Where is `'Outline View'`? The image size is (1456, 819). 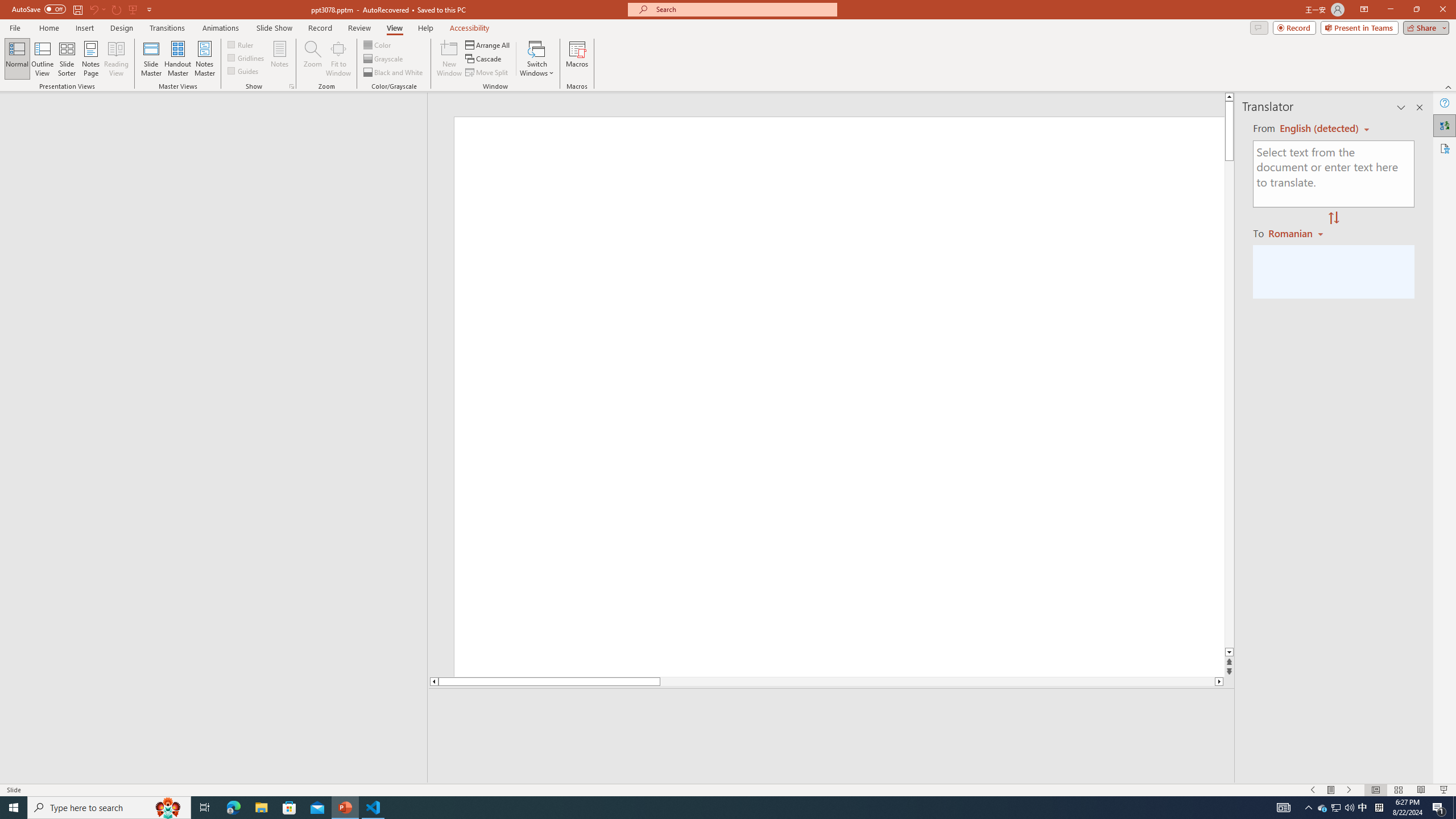
'Outline View' is located at coordinates (42, 59).